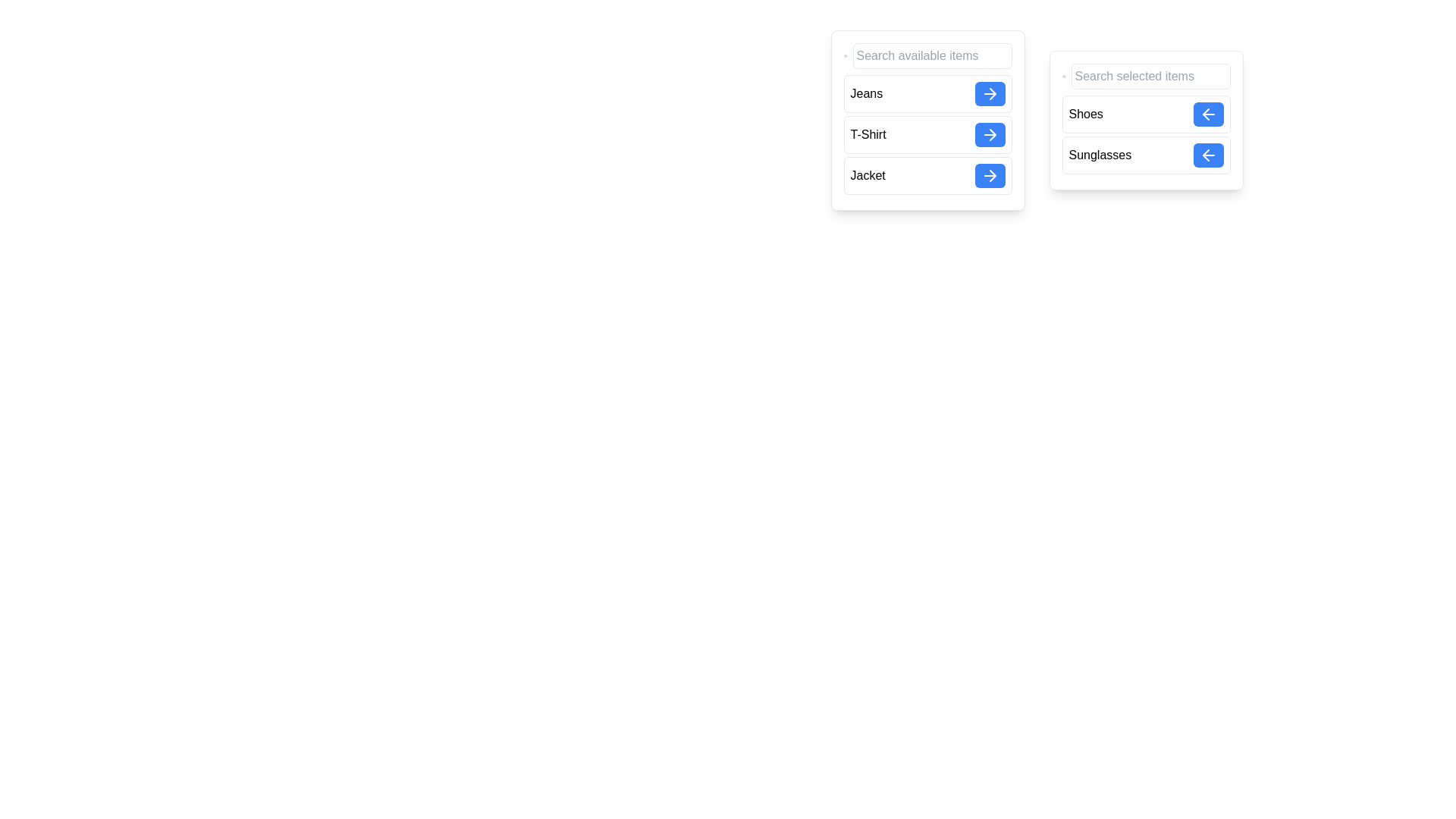 This screenshot has height=819, width=1456. I want to click on the rectangular button with a blue background and white arrow icon pointing to the right, located to the right of the 'T-Shirt' text, so click(990, 133).